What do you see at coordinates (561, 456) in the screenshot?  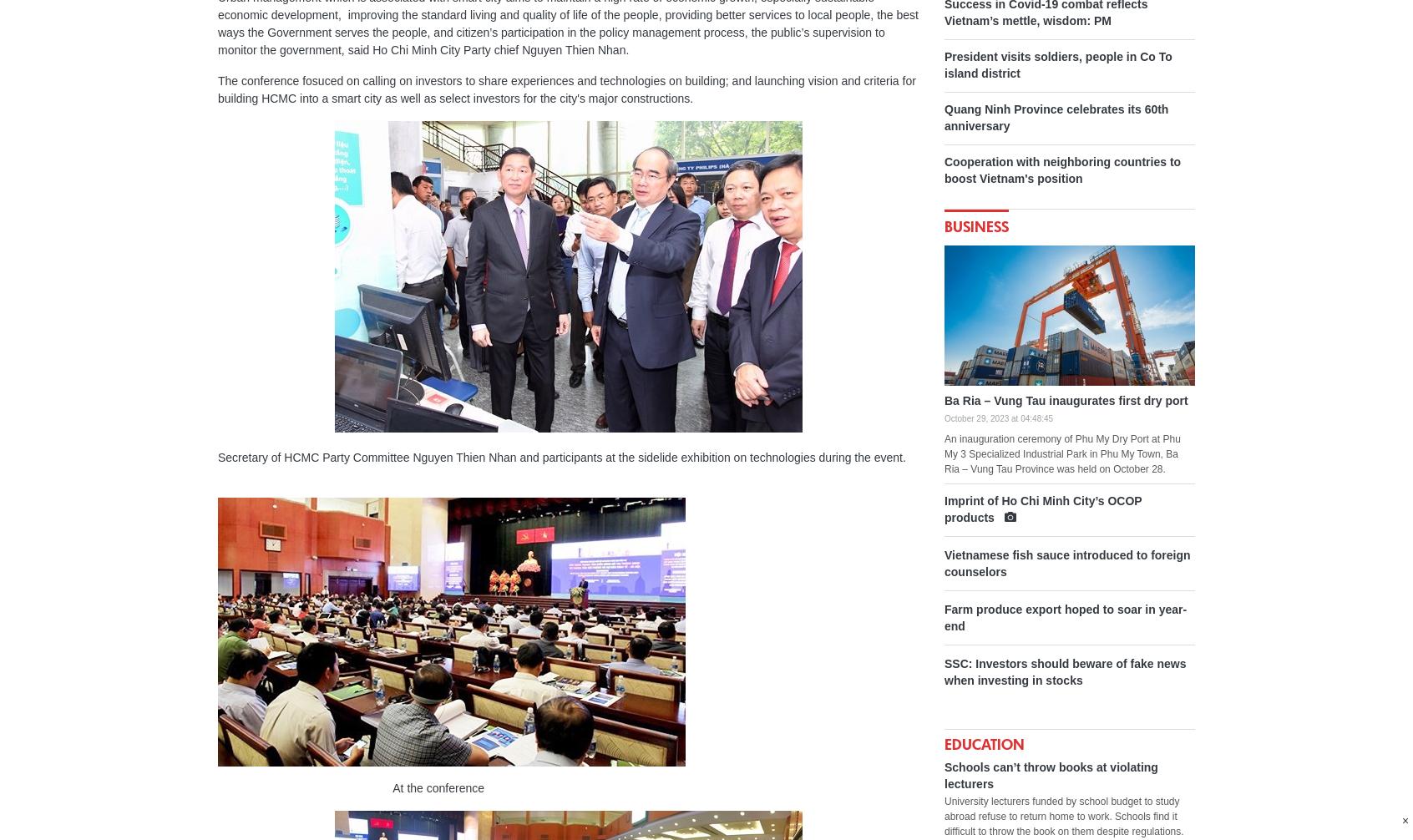 I see `'Secretary of HCMC Party Committee Nguyen Thien Nhan and participants at the sidelide exhibition on technologies during the event.'` at bounding box center [561, 456].